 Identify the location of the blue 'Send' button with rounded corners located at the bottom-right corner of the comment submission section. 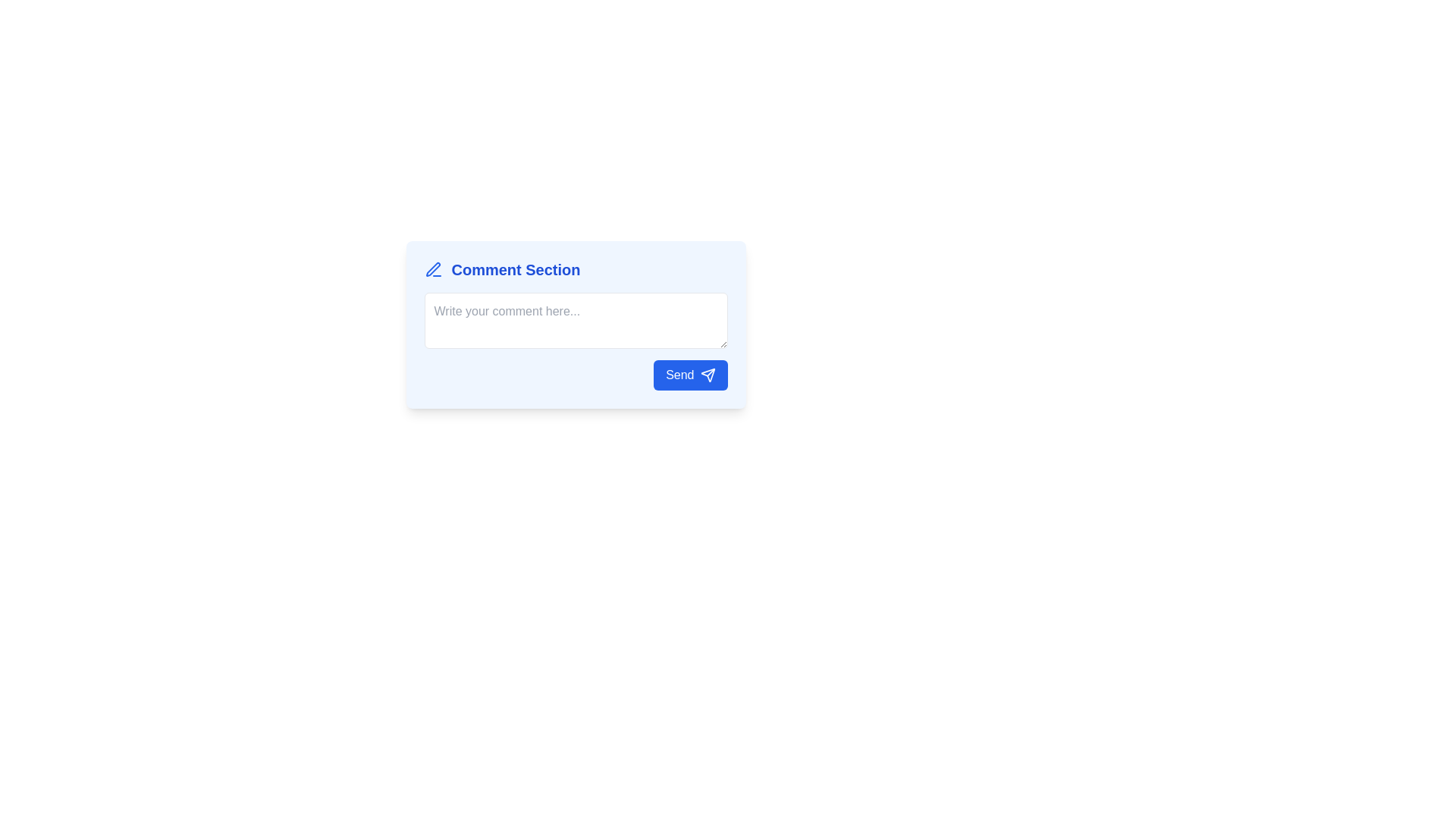
(689, 375).